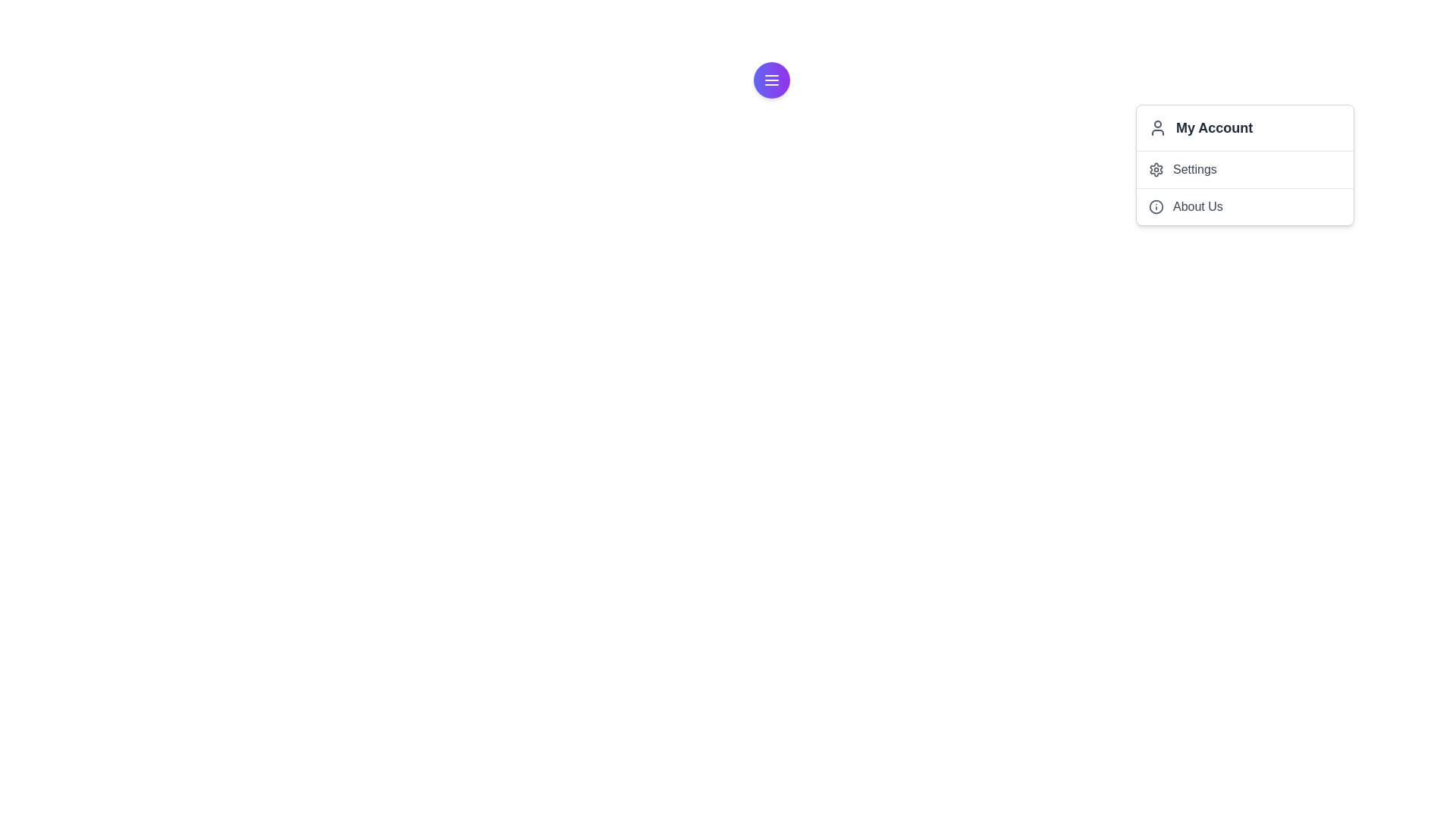 This screenshot has width=1456, height=819. What do you see at coordinates (1244, 187) in the screenshot?
I see `the 'Settings' or 'About Us' option in the dropdown menu labeled 'My Account'` at bounding box center [1244, 187].